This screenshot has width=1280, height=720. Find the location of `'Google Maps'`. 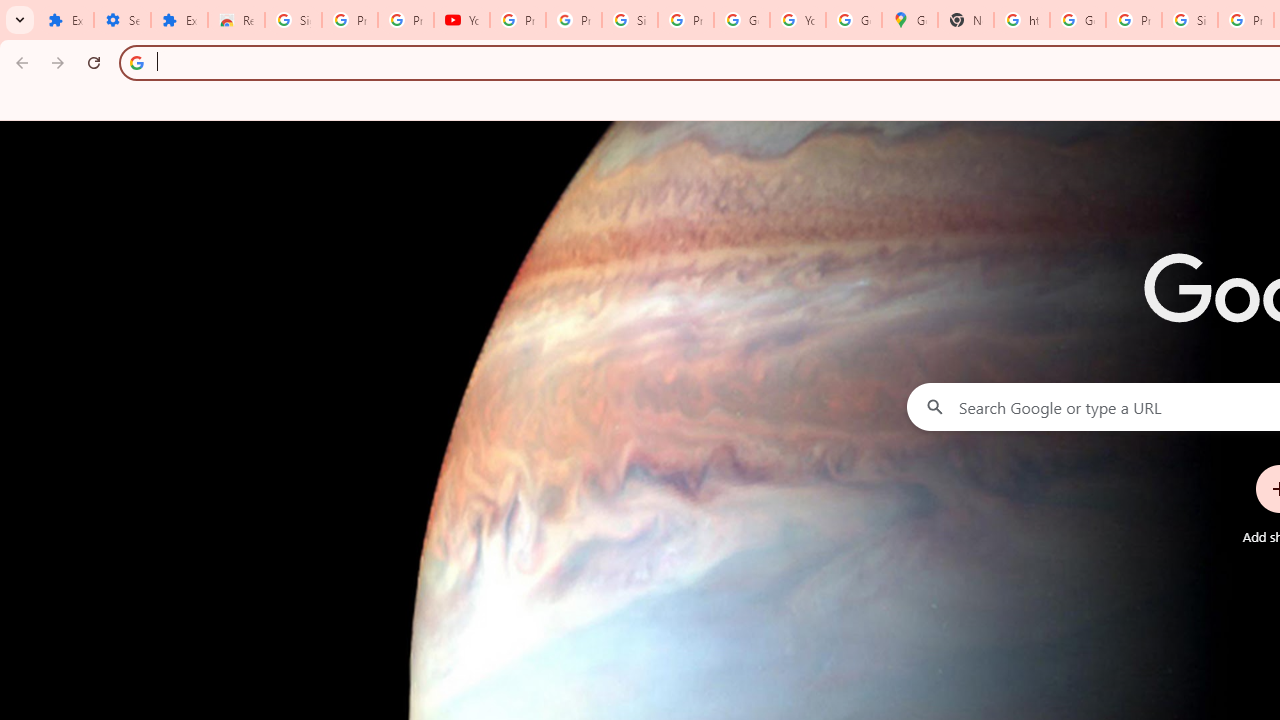

'Google Maps' is located at coordinates (909, 20).